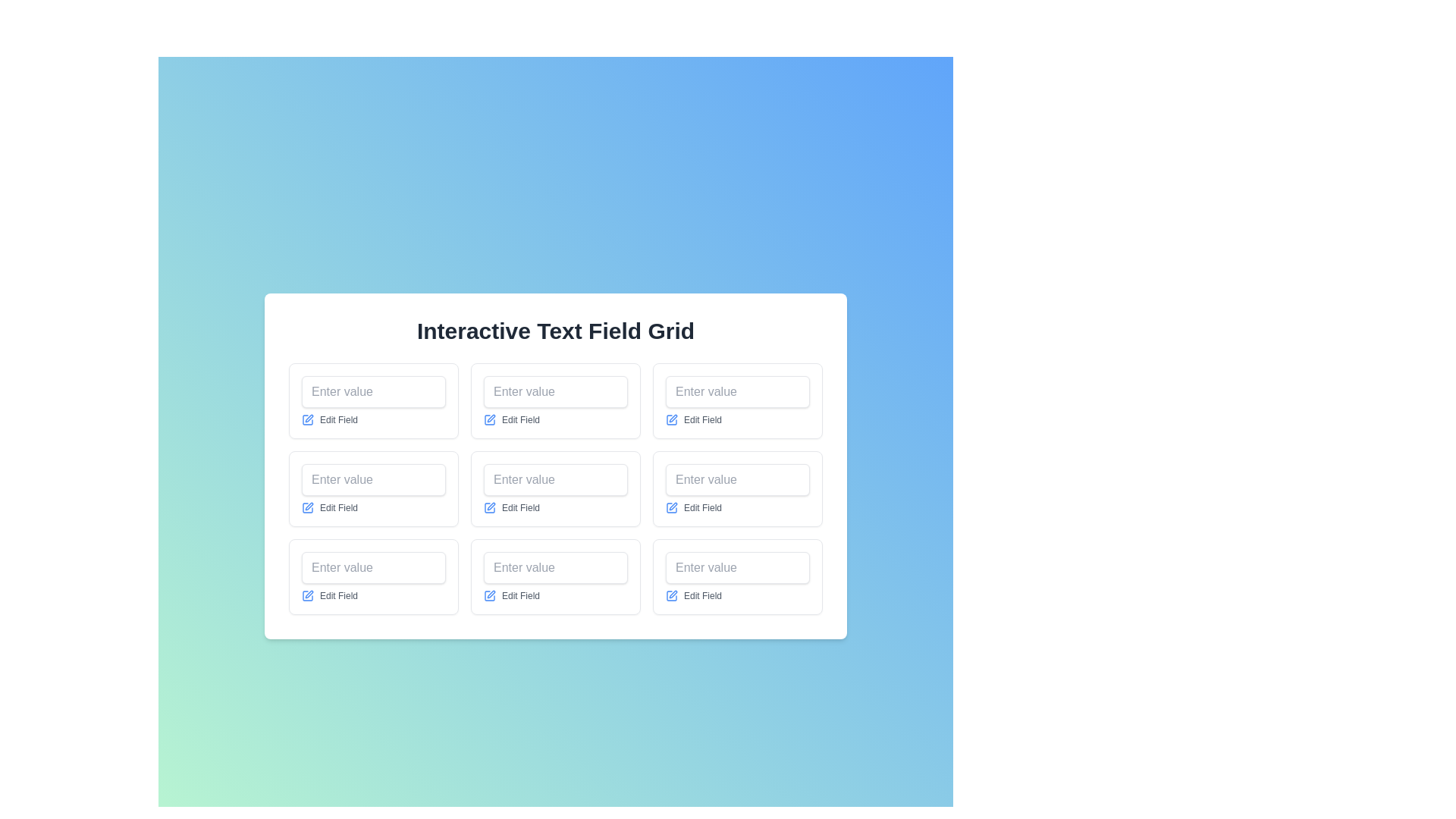  Describe the element at coordinates (671, 508) in the screenshot. I see `on the edit icon located` at that location.